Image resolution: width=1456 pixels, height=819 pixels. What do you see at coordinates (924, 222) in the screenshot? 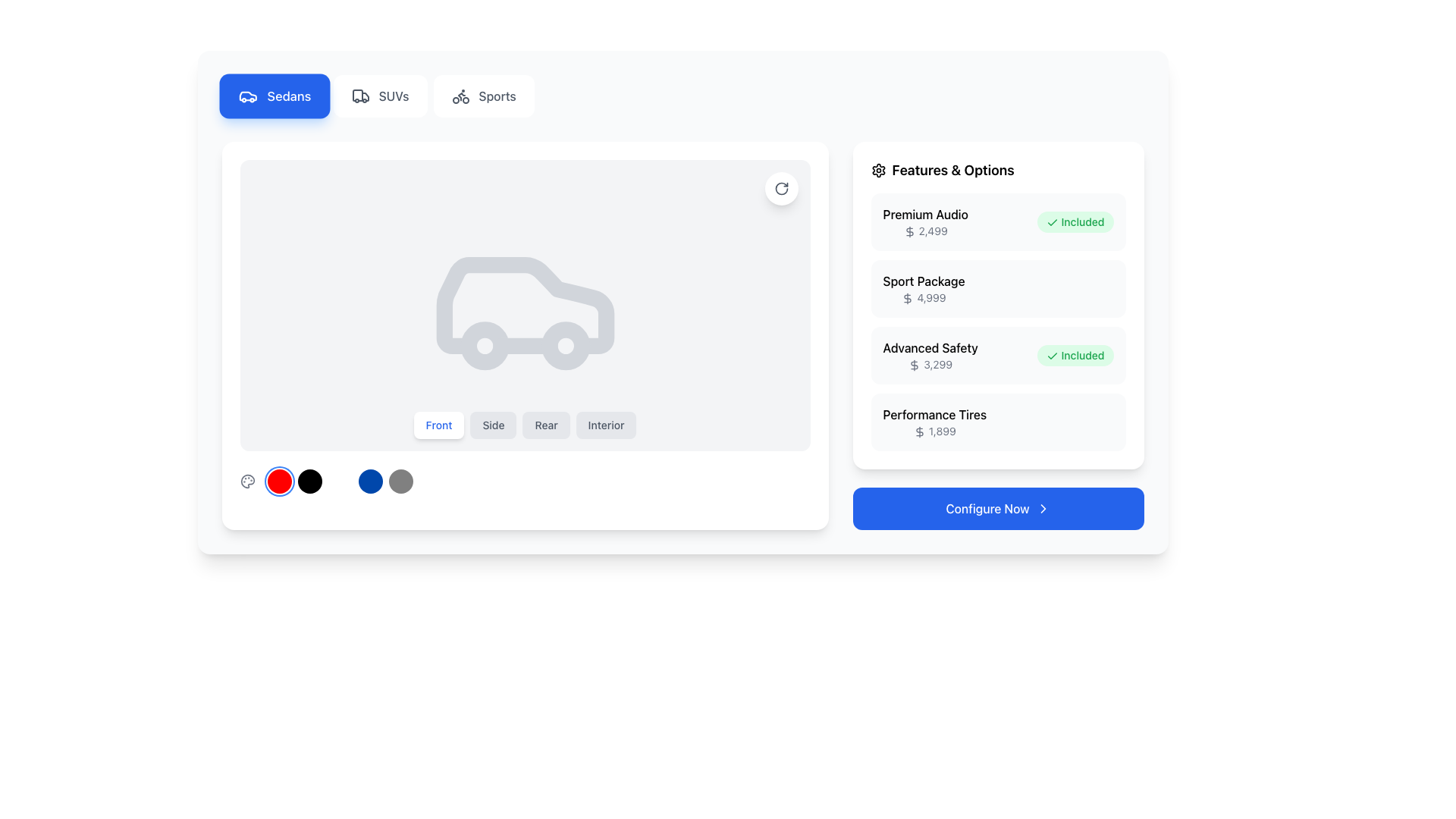
I see `to select the 'Premium Audio' option displayed in the 'Features & Options' section of the interface` at bounding box center [924, 222].